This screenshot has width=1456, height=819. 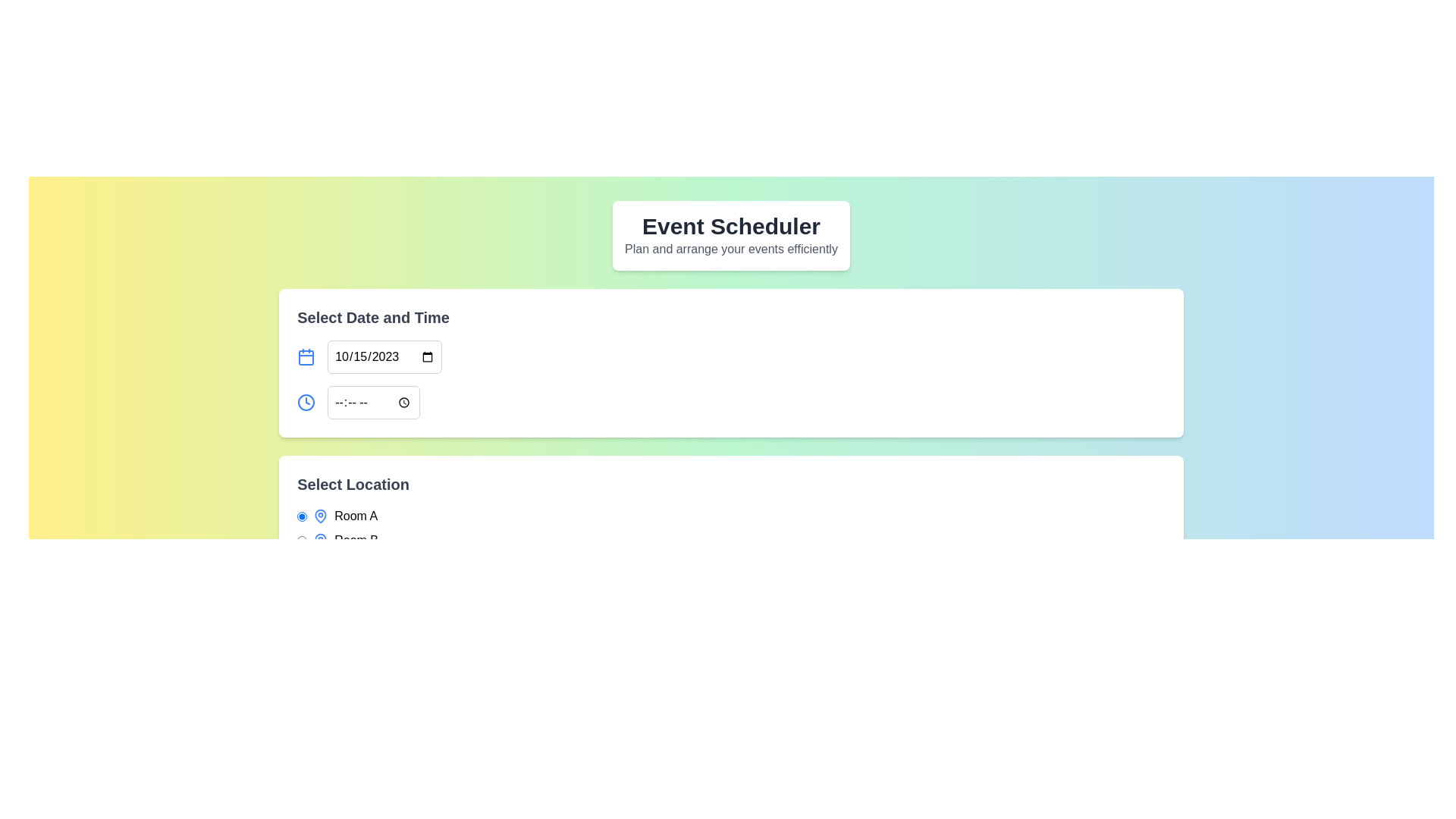 What do you see at coordinates (302, 516) in the screenshot?
I see `the blue circular radio button positioned to the left of the text 'Room A' in the 'Select Location' group` at bounding box center [302, 516].